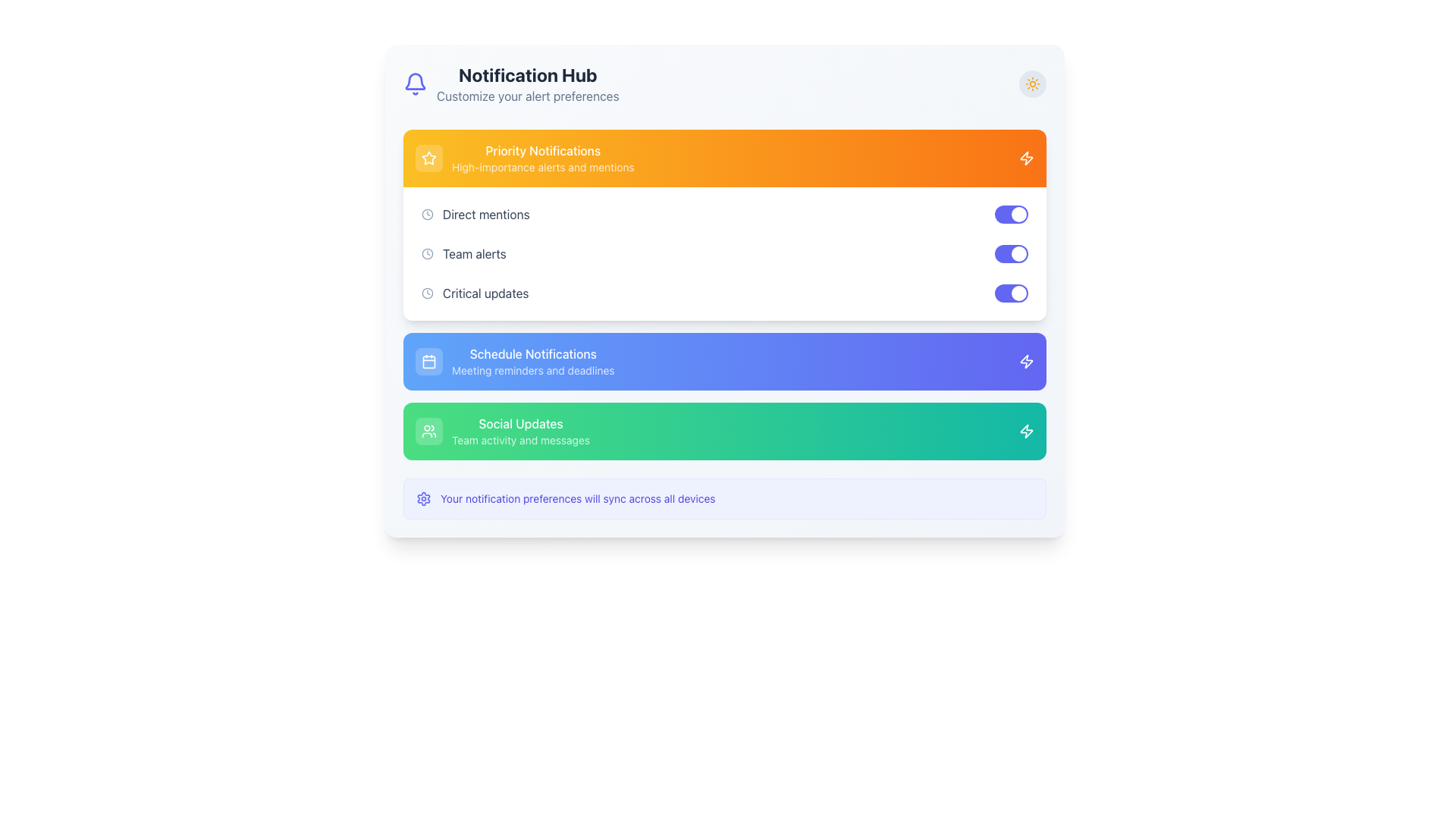 This screenshot has width=1456, height=819. Describe the element at coordinates (463, 253) in the screenshot. I see `the 'Team alerts' notification option, which is the second item in the 'Priority Notifications' section, positioned above 'Critical updates' and below 'Direct mentions'` at that location.